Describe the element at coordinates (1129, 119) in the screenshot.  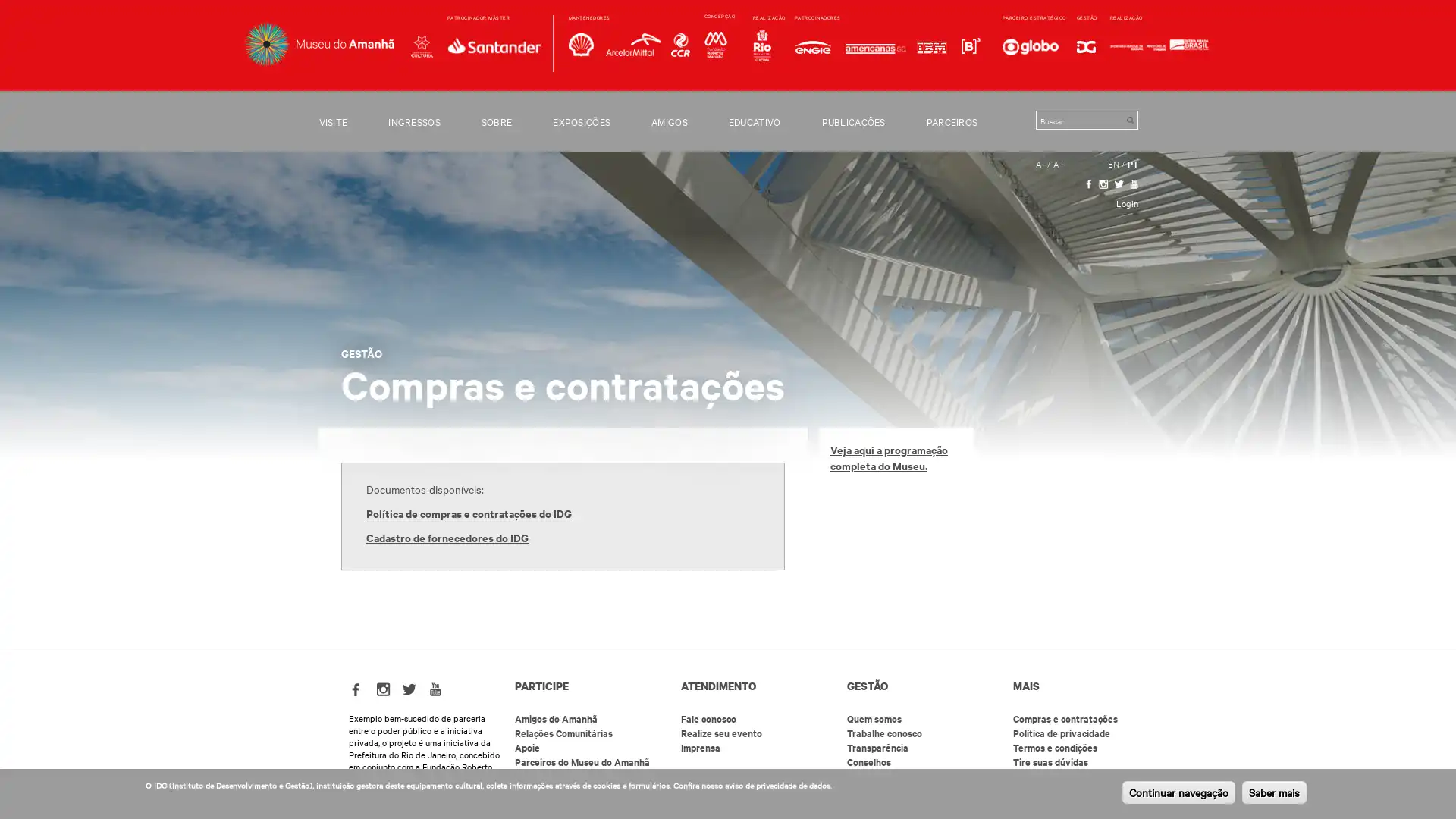
I see `Submit` at that location.